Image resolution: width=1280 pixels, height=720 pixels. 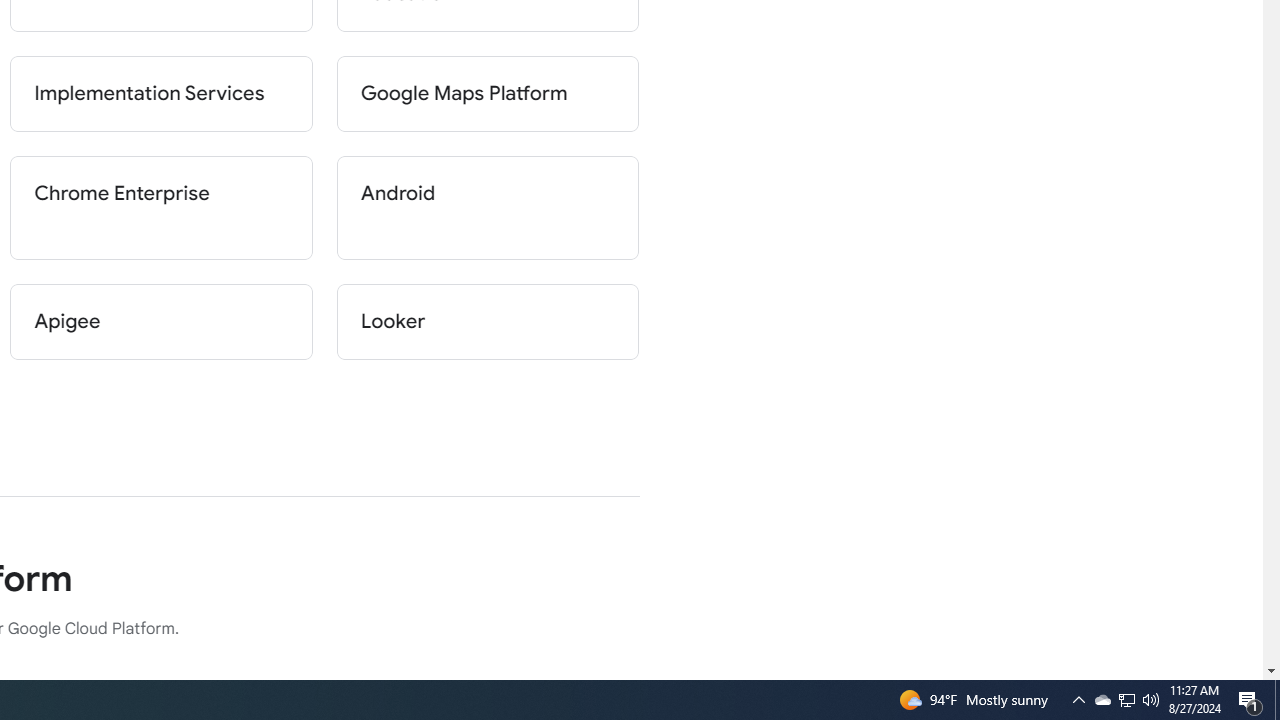 What do you see at coordinates (161, 208) in the screenshot?
I see `'Chrome Enterprise'` at bounding box center [161, 208].